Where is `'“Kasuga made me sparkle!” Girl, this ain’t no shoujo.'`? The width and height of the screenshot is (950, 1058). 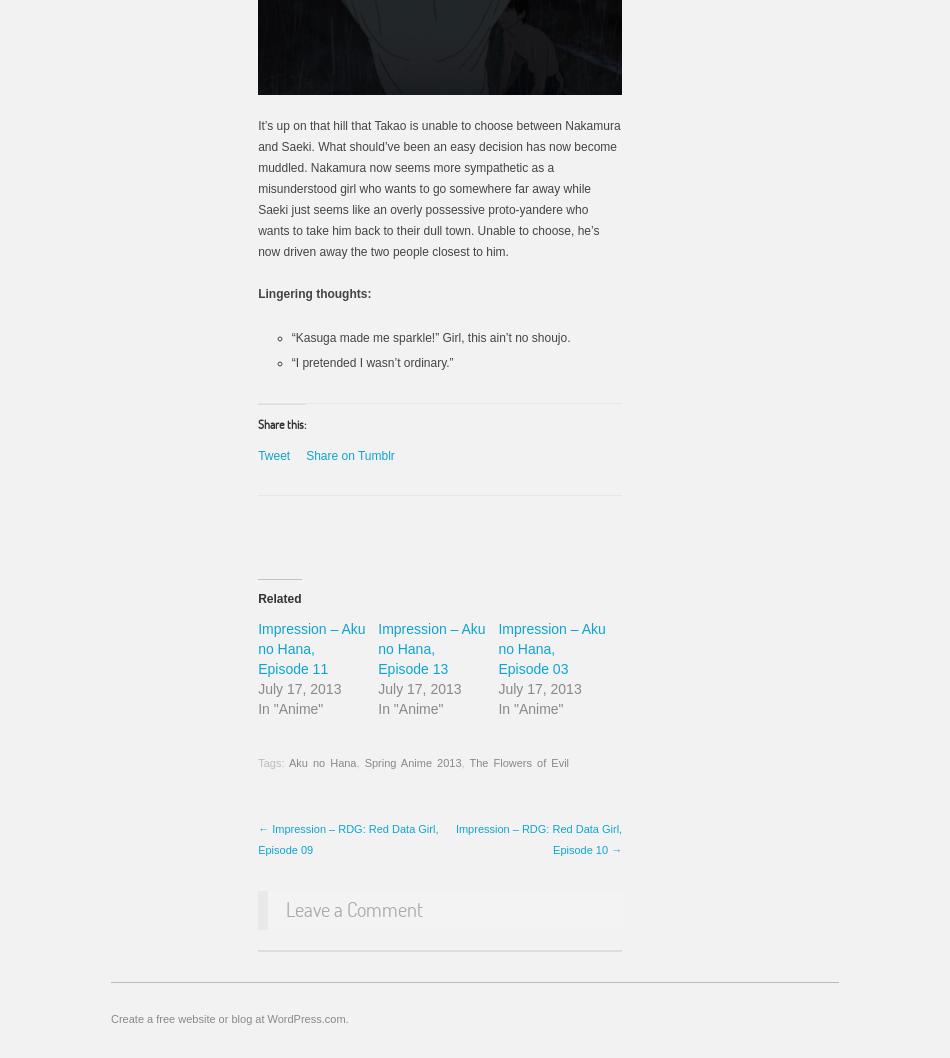
'“Kasuga made me sparkle!” Girl, this ain’t no shoujo.' is located at coordinates (429, 337).